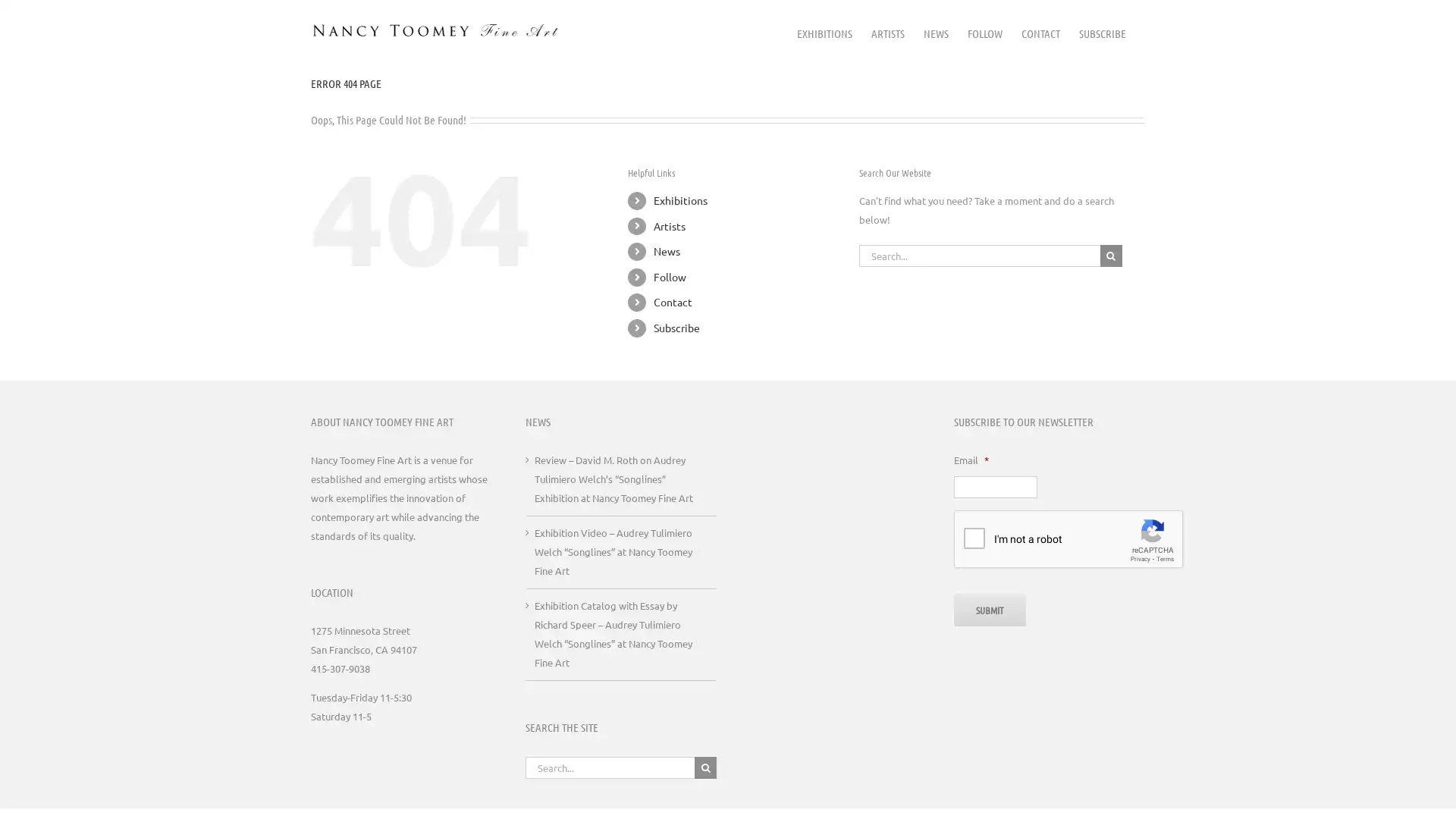 Image resolution: width=1456 pixels, height=819 pixels. Describe the element at coordinates (989, 609) in the screenshot. I see `Submit` at that location.